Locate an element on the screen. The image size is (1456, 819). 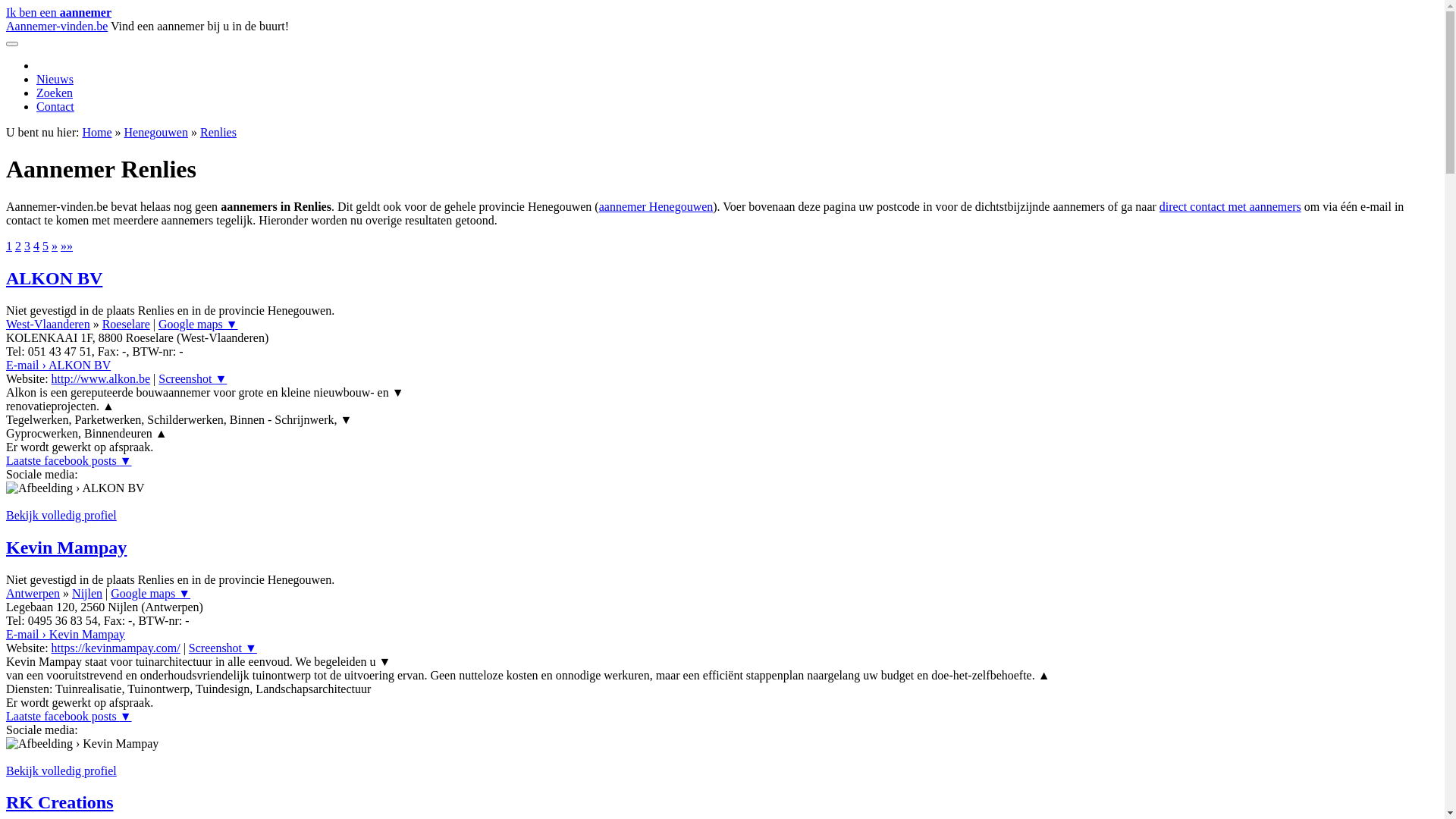
'Kevin Mampay' is located at coordinates (65, 547).